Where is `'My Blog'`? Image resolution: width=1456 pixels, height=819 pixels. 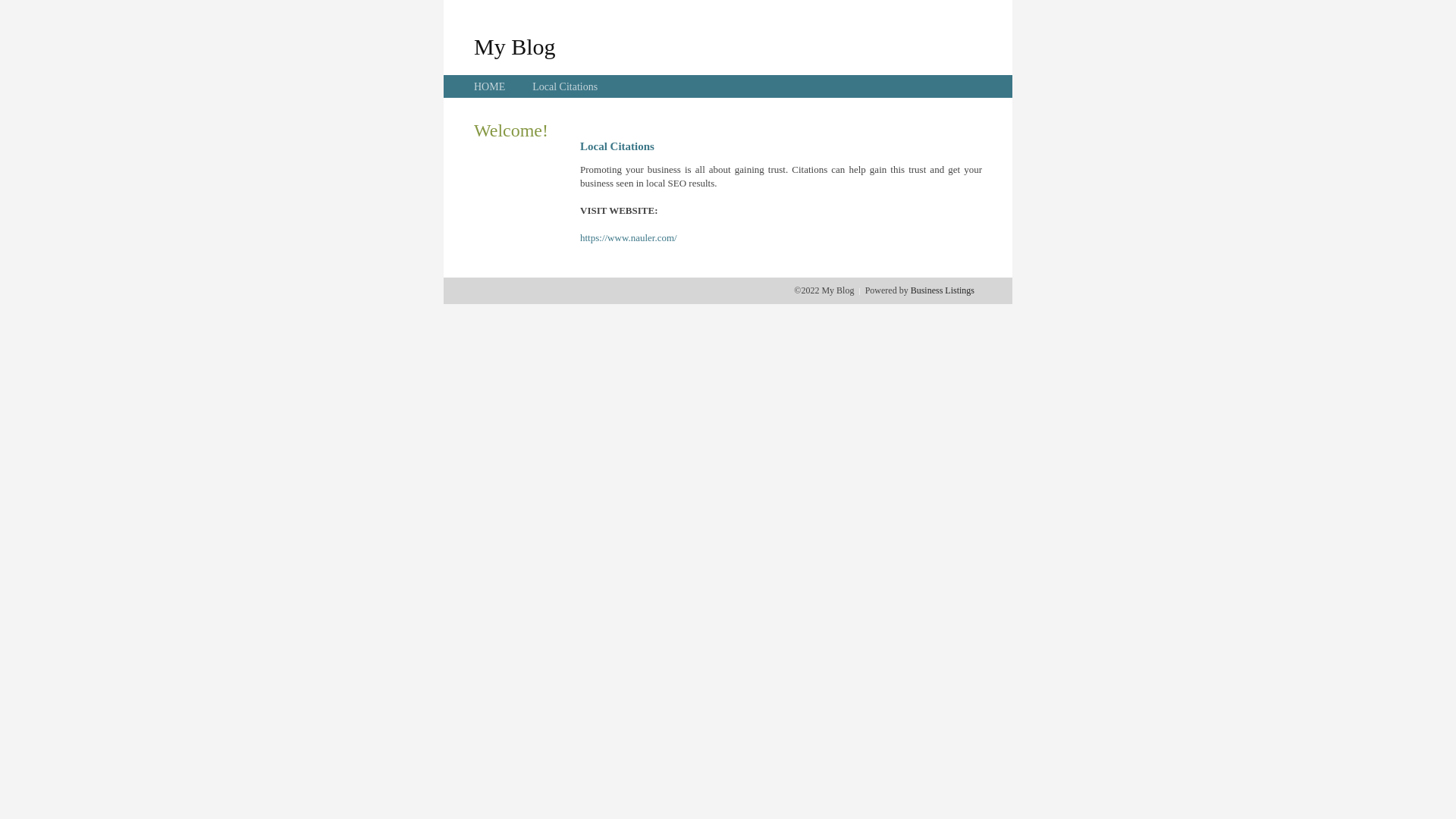
'My Blog' is located at coordinates (514, 45).